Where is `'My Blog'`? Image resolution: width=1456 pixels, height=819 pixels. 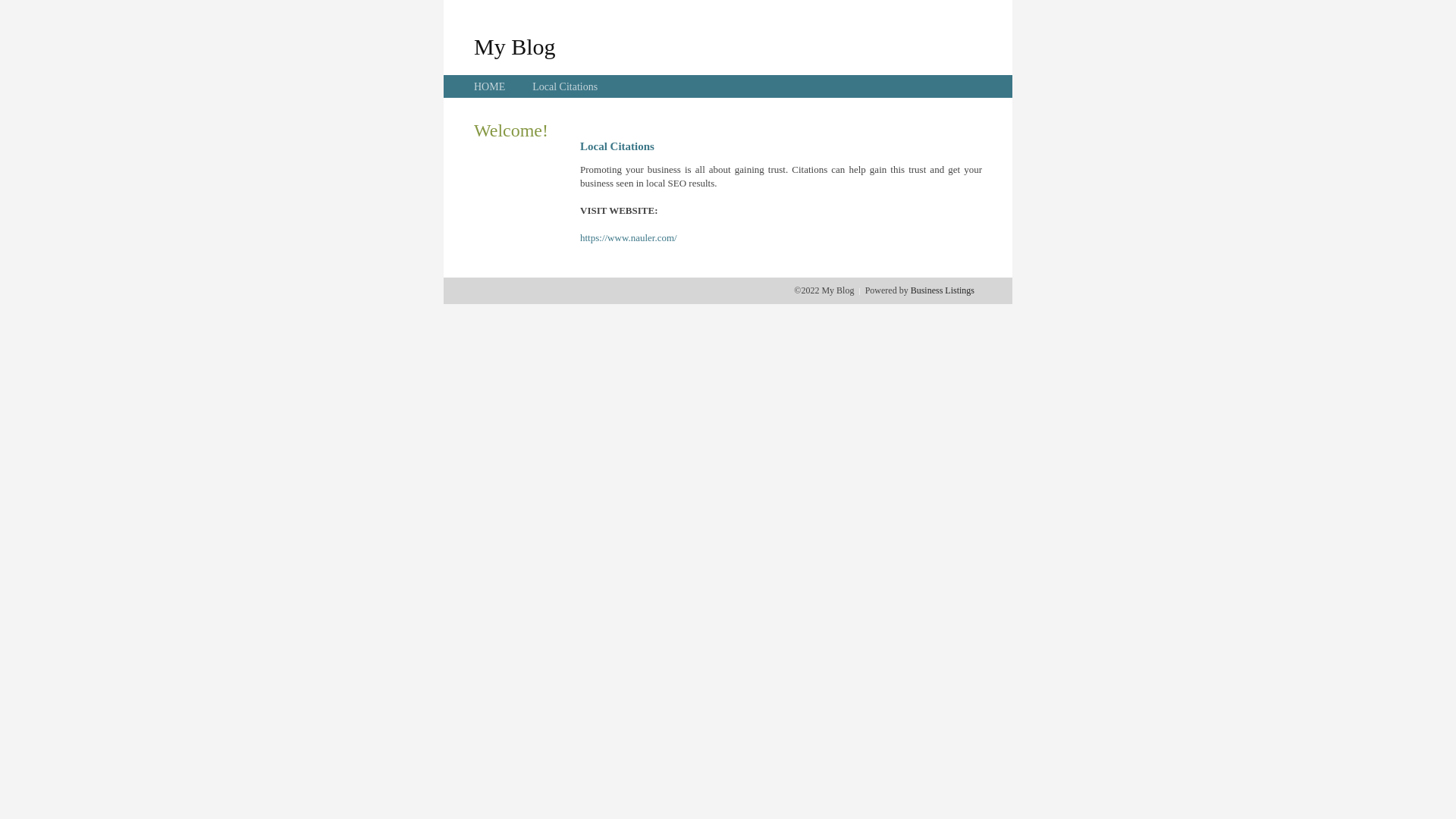
'My Blog' is located at coordinates (514, 45).